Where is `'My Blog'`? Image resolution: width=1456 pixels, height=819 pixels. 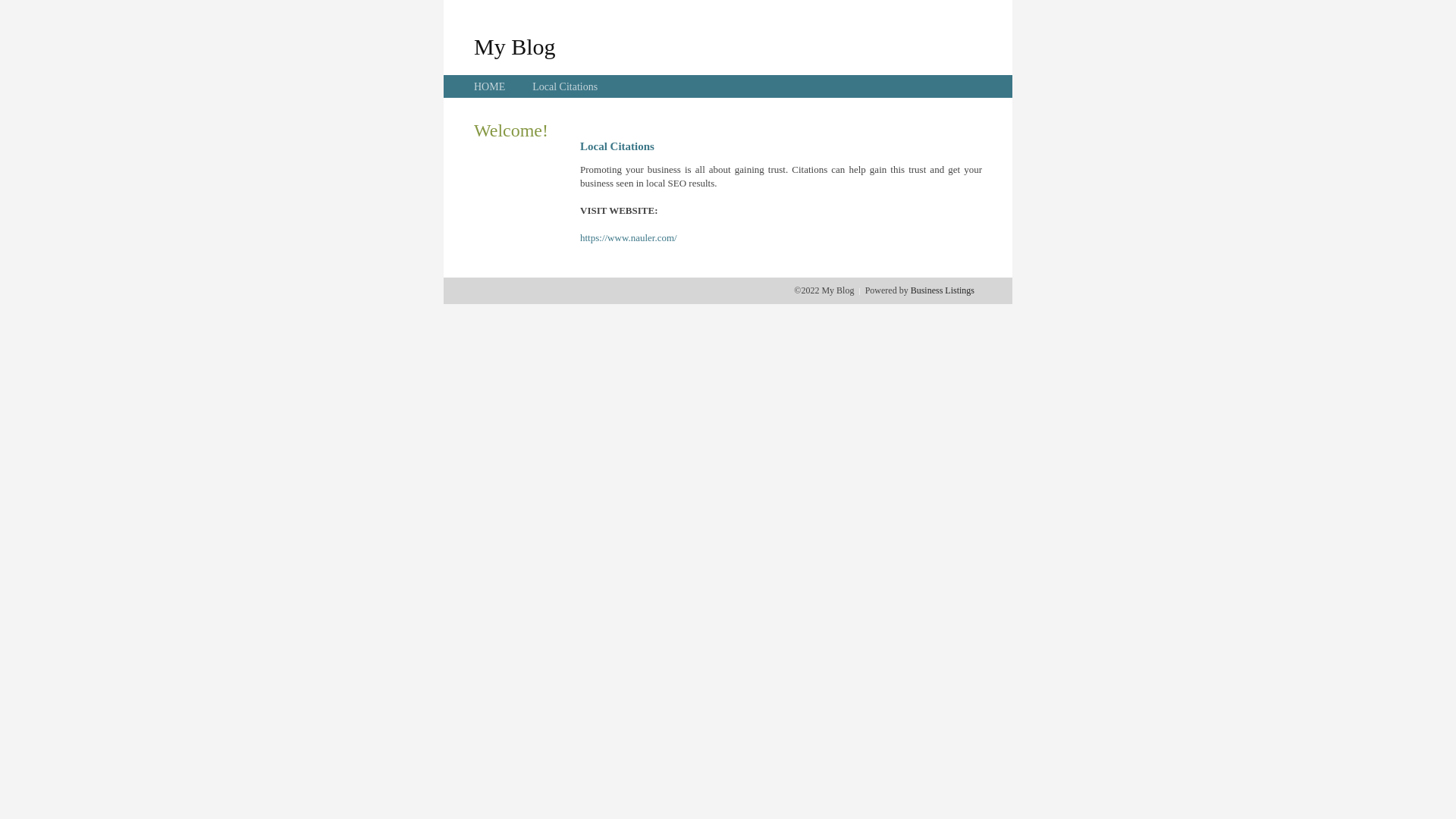
'My Blog' is located at coordinates (514, 45).